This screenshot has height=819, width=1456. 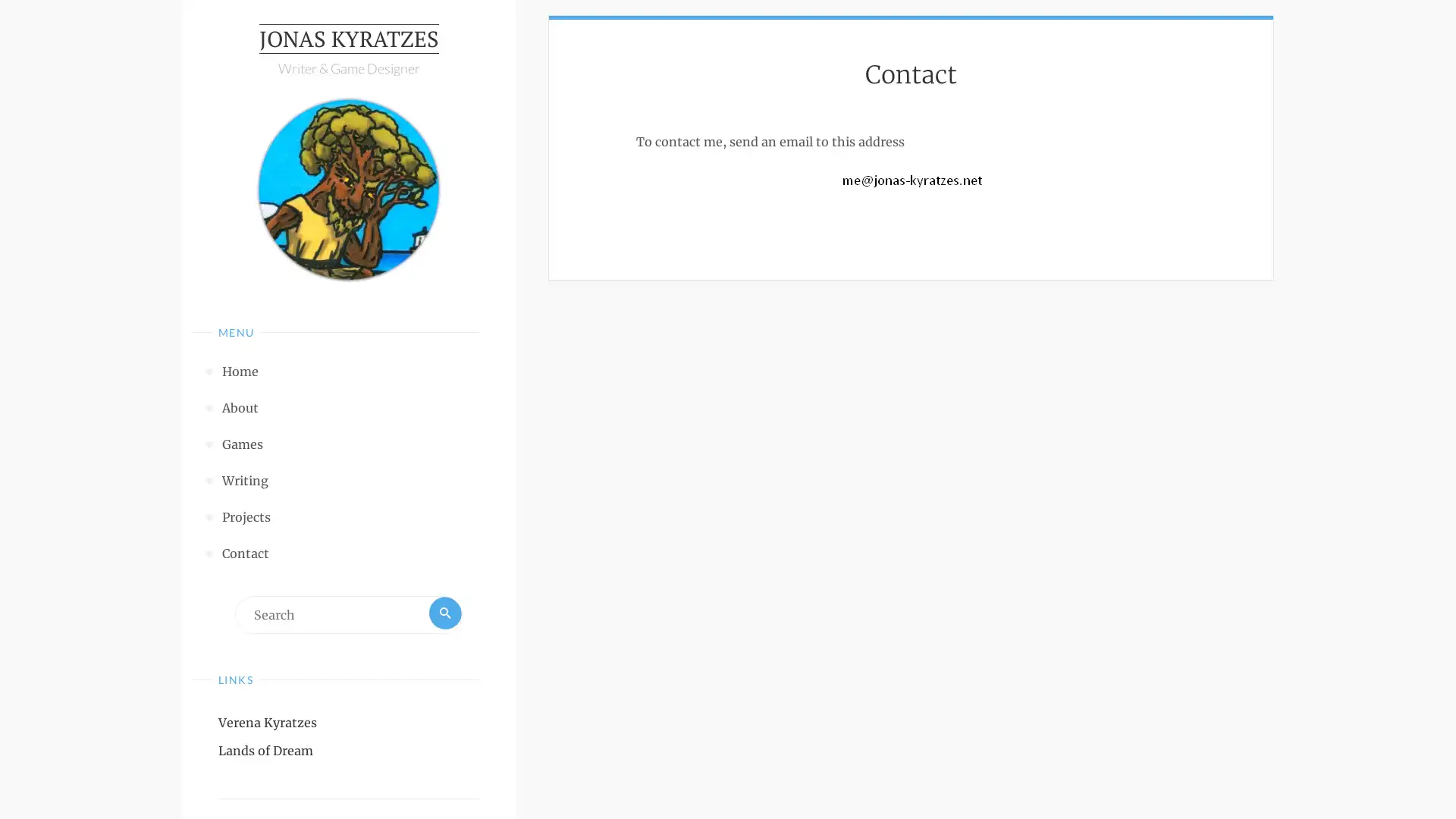 I want to click on Search, so click(x=443, y=617).